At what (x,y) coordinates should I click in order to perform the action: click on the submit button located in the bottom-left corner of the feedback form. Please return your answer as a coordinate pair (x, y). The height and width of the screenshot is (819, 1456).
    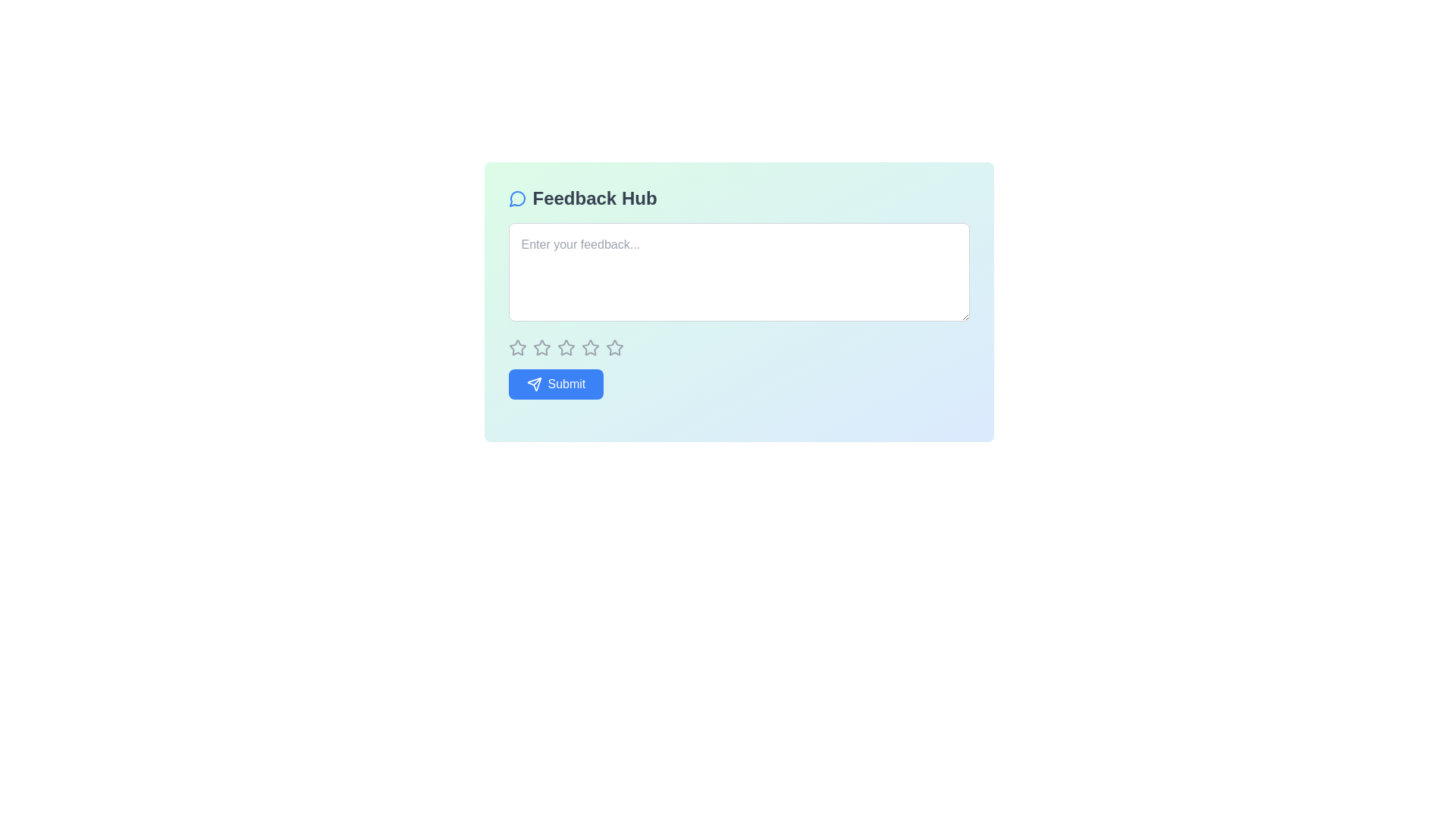
    Looking at the image, I should click on (555, 383).